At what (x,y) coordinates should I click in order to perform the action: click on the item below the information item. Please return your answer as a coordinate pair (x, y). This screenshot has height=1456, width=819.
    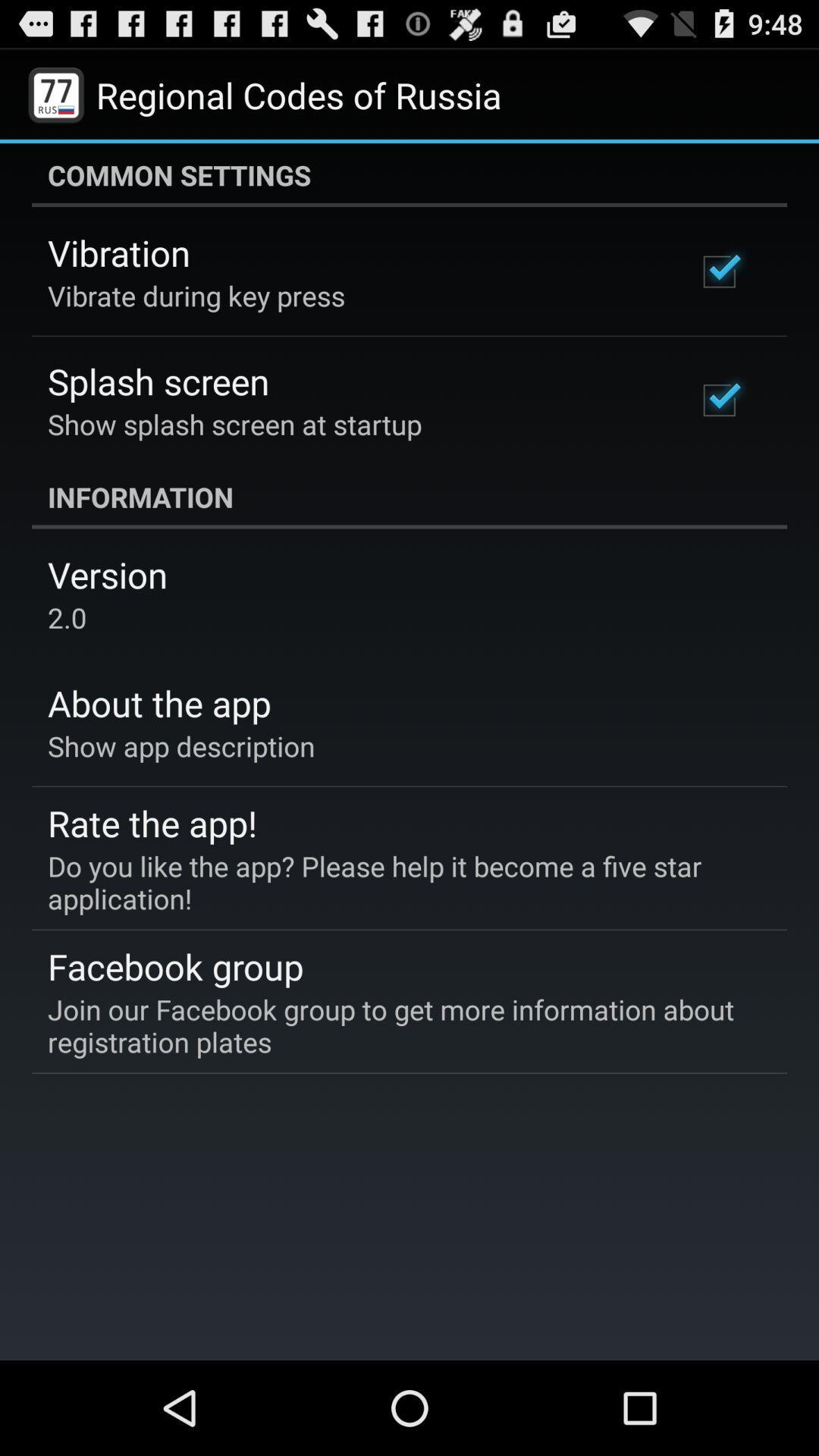
    Looking at the image, I should click on (107, 573).